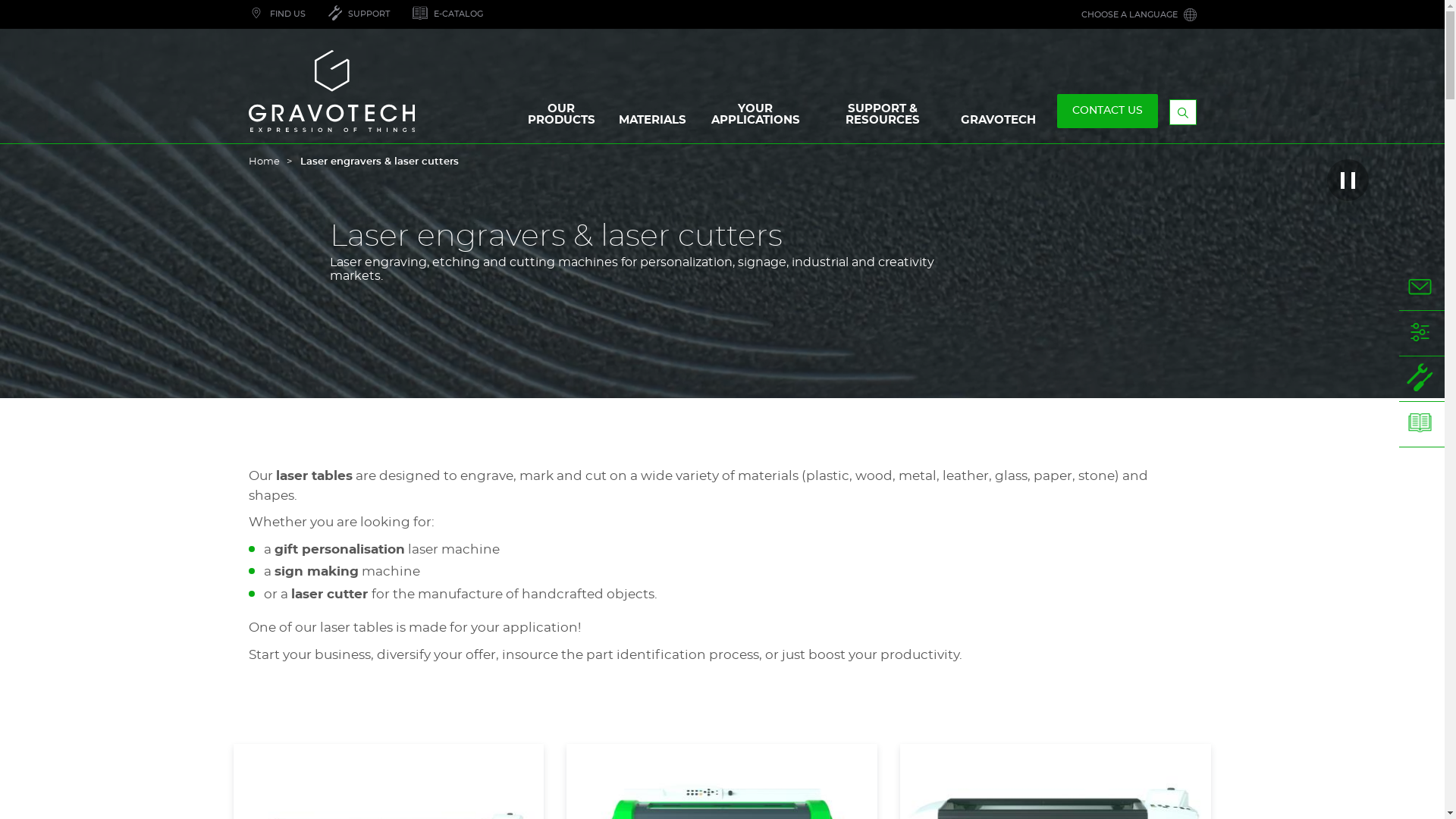 This screenshot has width=1456, height=819. What do you see at coordinates (883, 117) in the screenshot?
I see `'SUPPORT & RESOURCES'` at bounding box center [883, 117].